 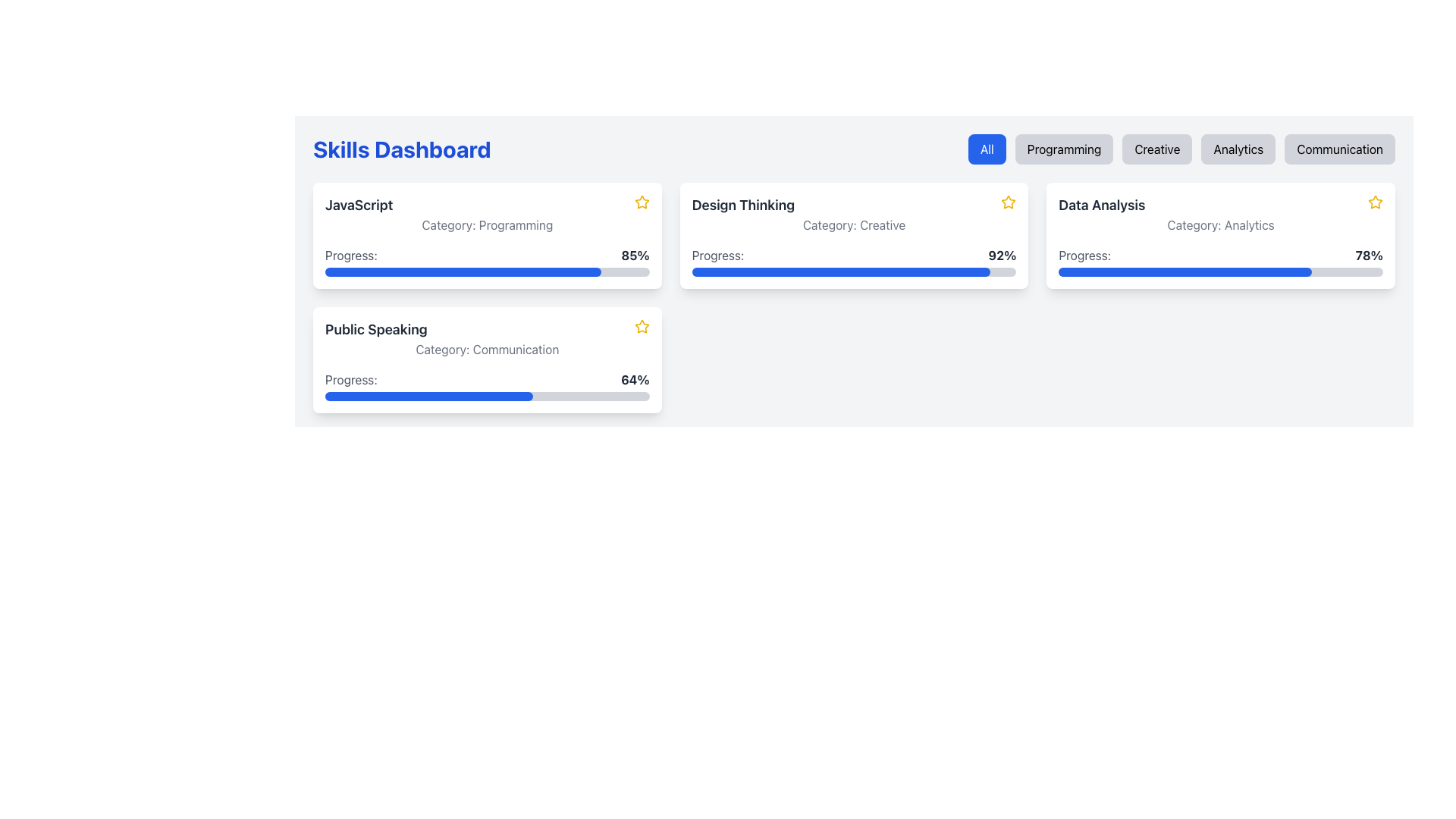 I want to click on the progress bar indicating 64% completion within the 'Public Speaking' card under the 'Skills Dashboard', so click(x=487, y=385).